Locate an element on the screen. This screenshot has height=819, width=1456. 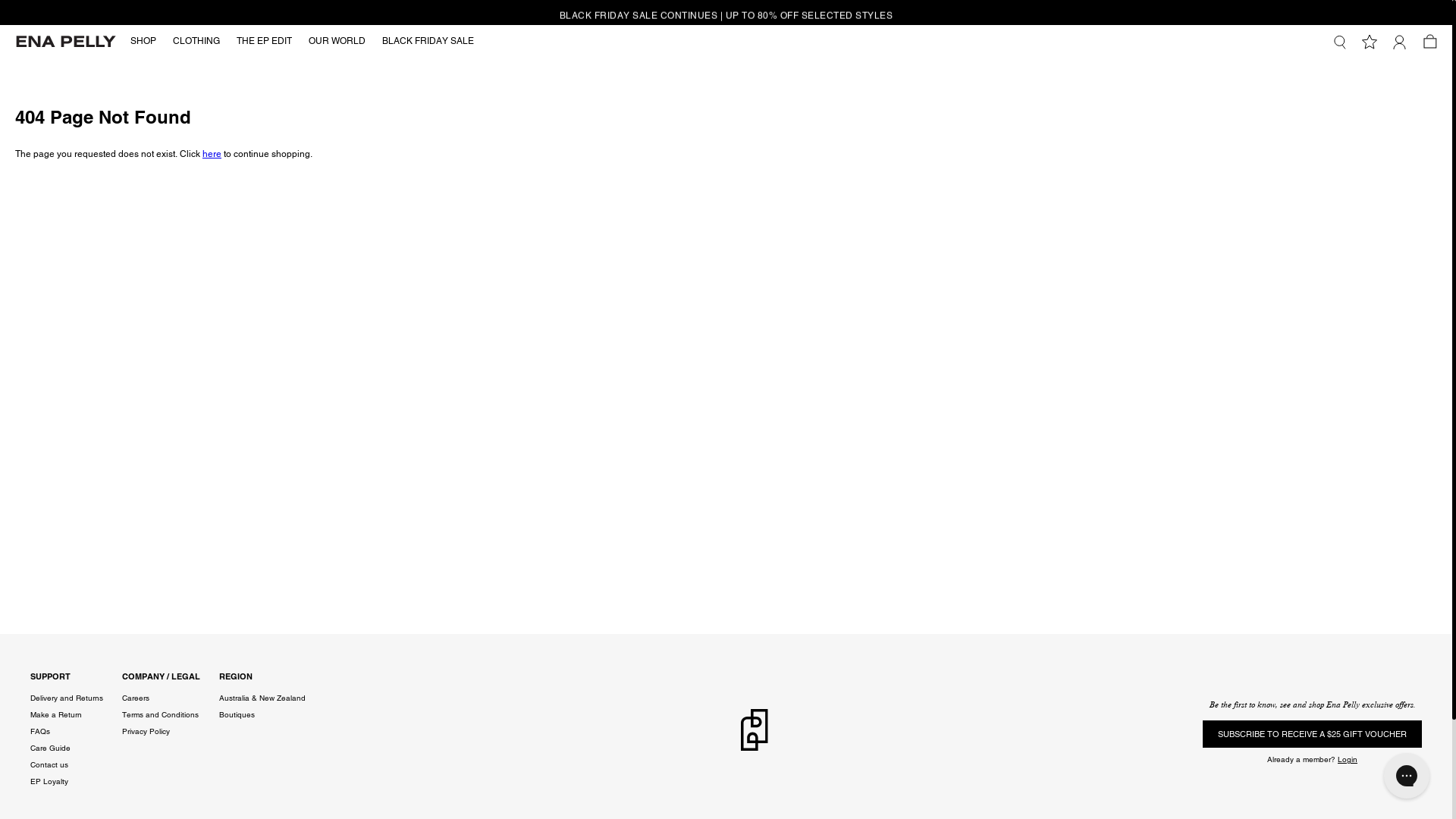
'Make a Return' is located at coordinates (55, 714).